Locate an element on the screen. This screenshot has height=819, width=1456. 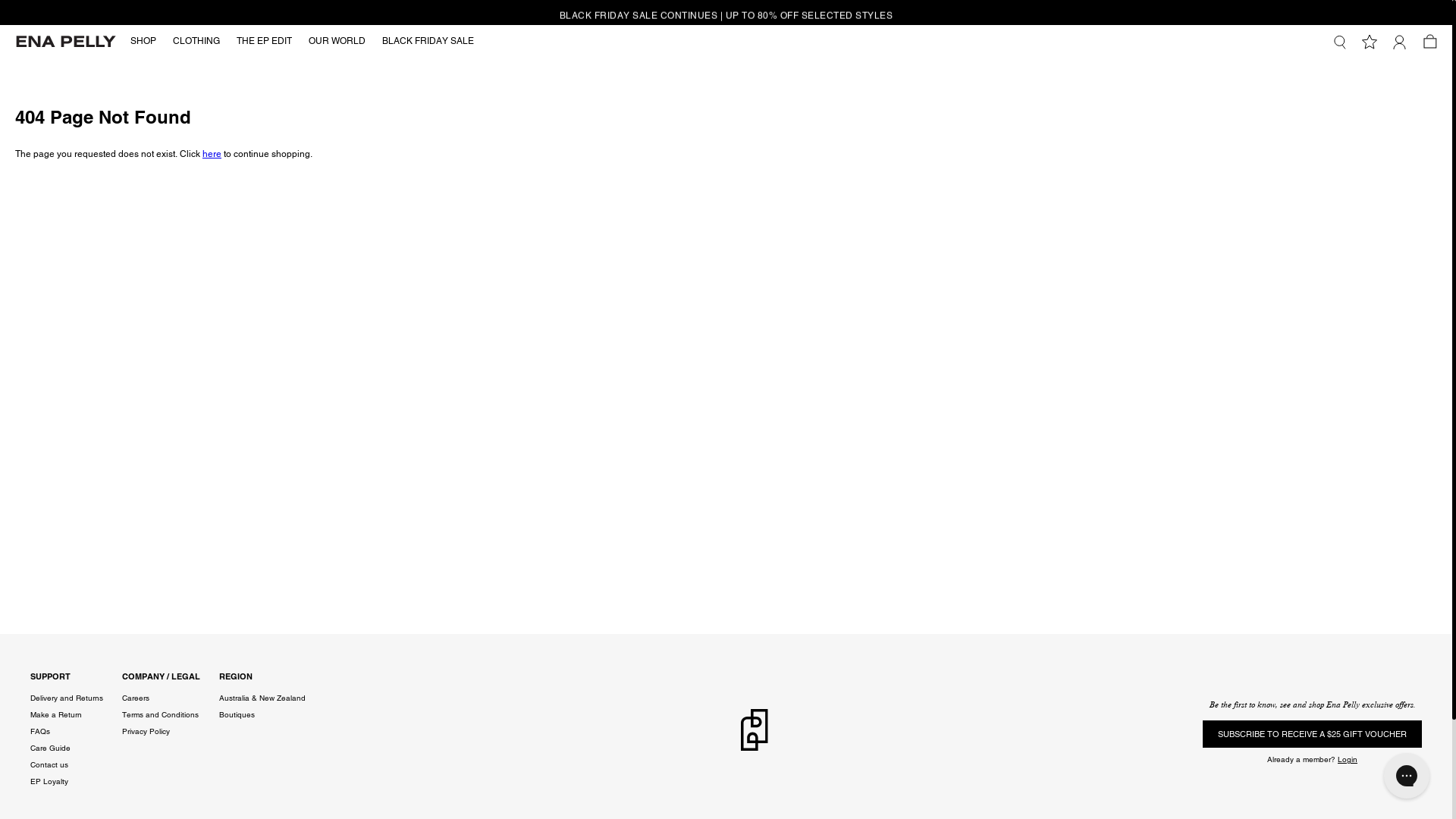
'Make a Return' is located at coordinates (55, 714).